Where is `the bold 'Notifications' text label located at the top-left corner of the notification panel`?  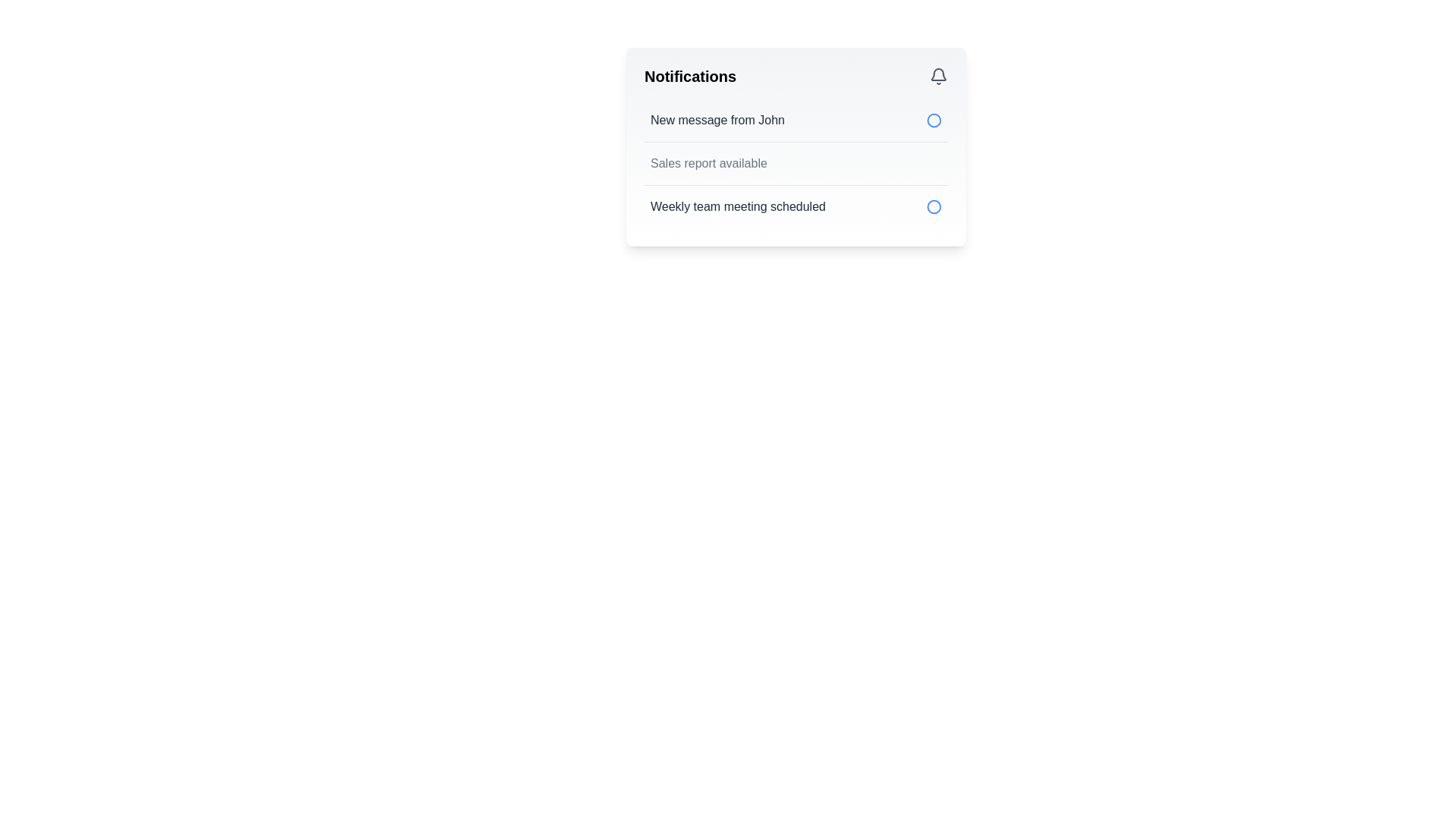
the bold 'Notifications' text label located at the top-left corner of the notification panel is located at coordinates (689, 76).